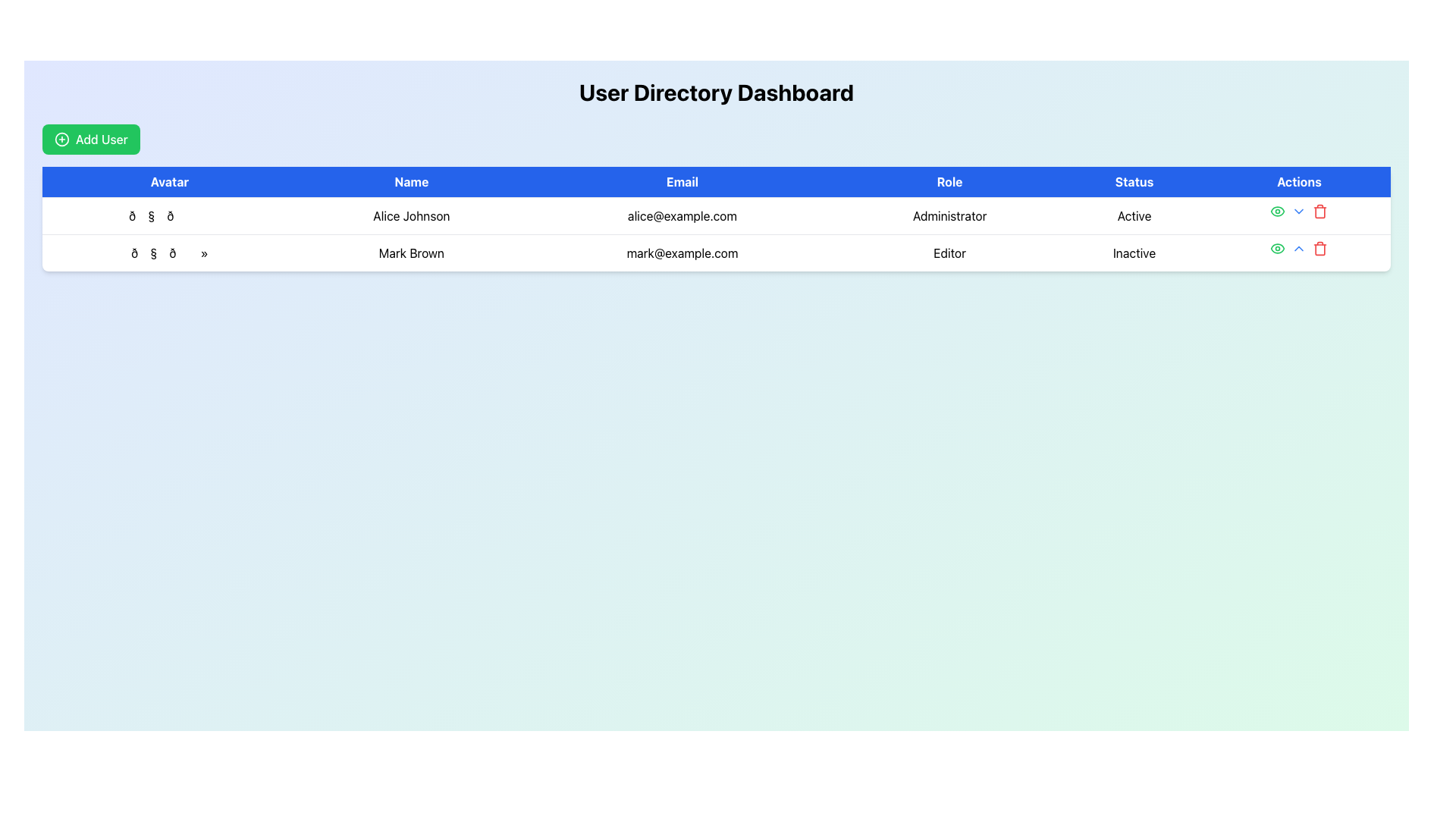  Describe the element at coordinates (411, 181) in the screenshot. I see `the blue header cell labeled 'Name' in the table, which is the second cell in the header row between 'Avatar' and 'Email'` at that location.